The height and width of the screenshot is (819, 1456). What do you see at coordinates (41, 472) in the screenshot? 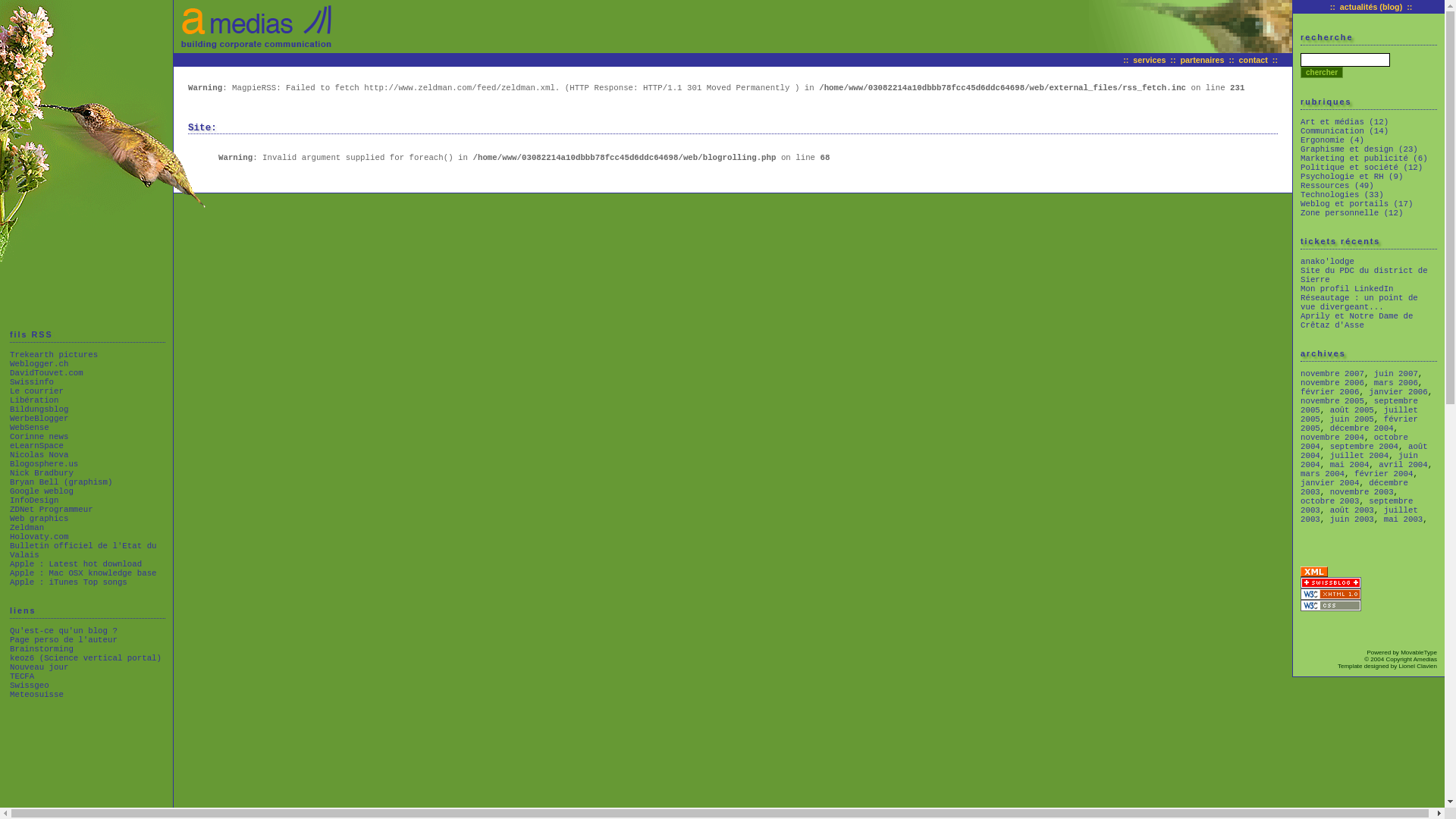
I see `'Nick Bradbury'` at bounding box center [41, 472].